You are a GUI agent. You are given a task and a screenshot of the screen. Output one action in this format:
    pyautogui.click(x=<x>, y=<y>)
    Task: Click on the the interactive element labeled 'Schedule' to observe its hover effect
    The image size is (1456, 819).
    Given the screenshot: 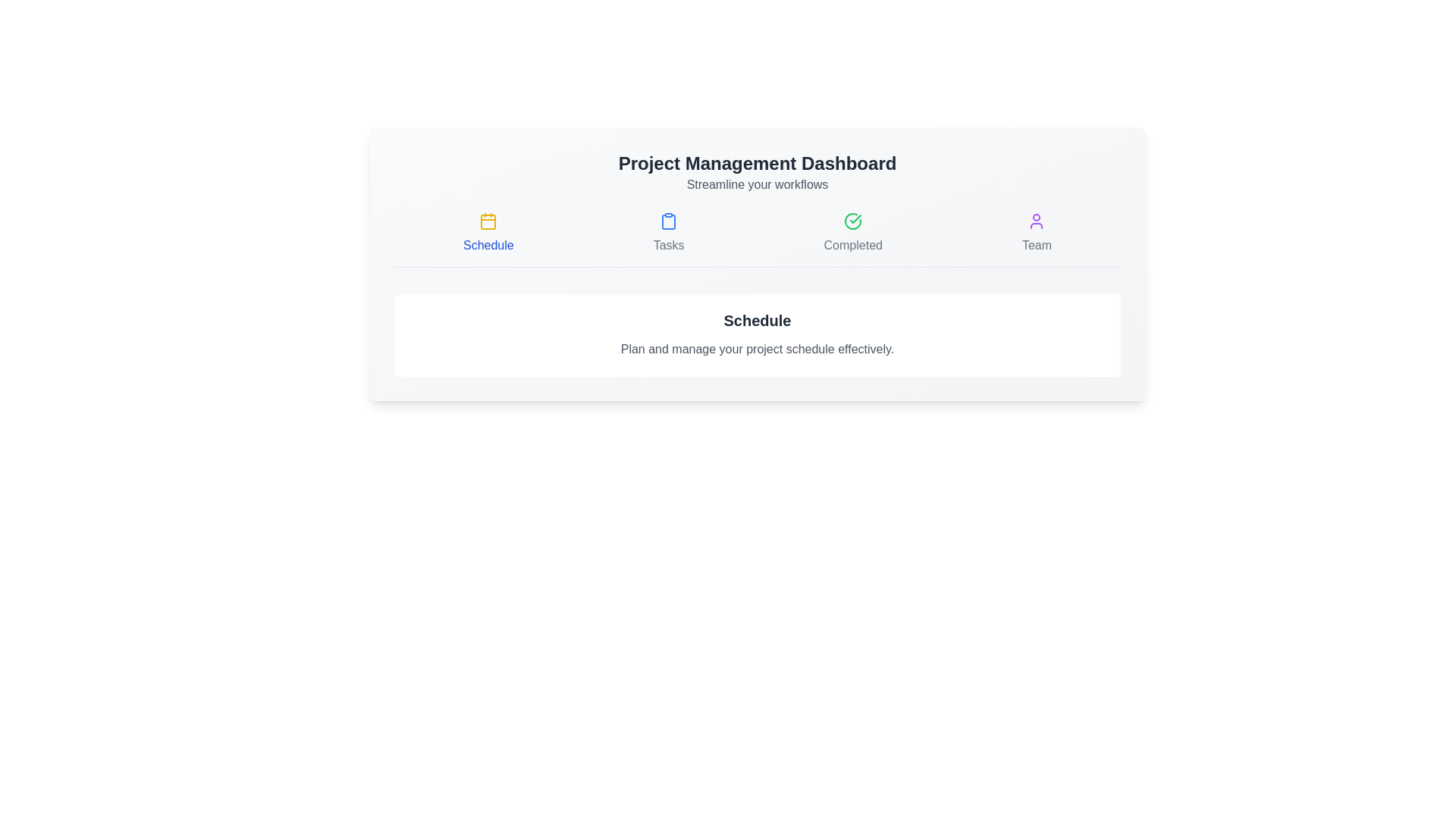 What is the action you would take?
    pyautogui.click(x=488, y=234)
    